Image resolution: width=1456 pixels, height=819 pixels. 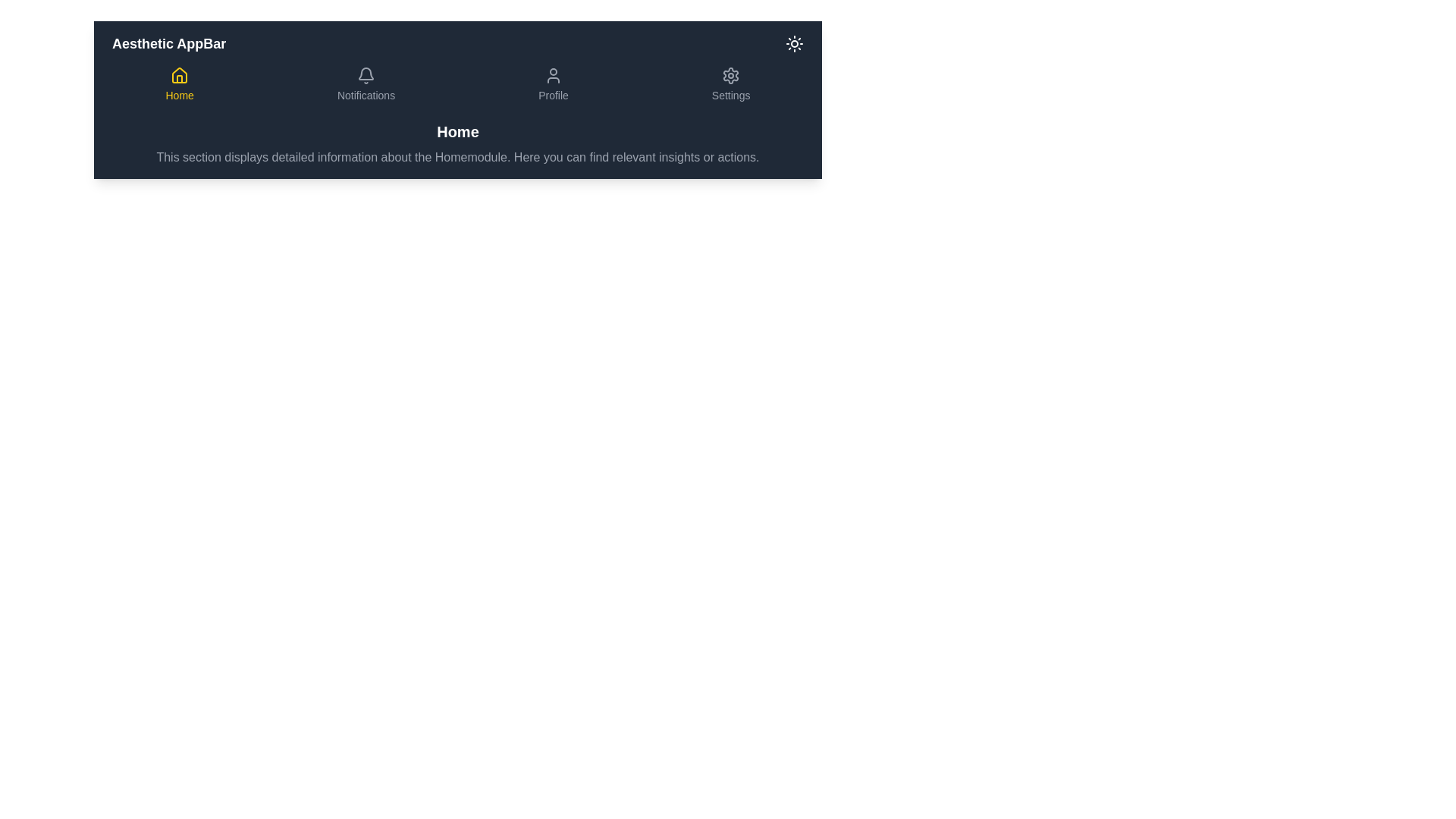 What do you see at coordinates (552, 84) in the screenshot?
I see `the tab labeled Profile to view its detailed information` at bounding box center [552, 84].